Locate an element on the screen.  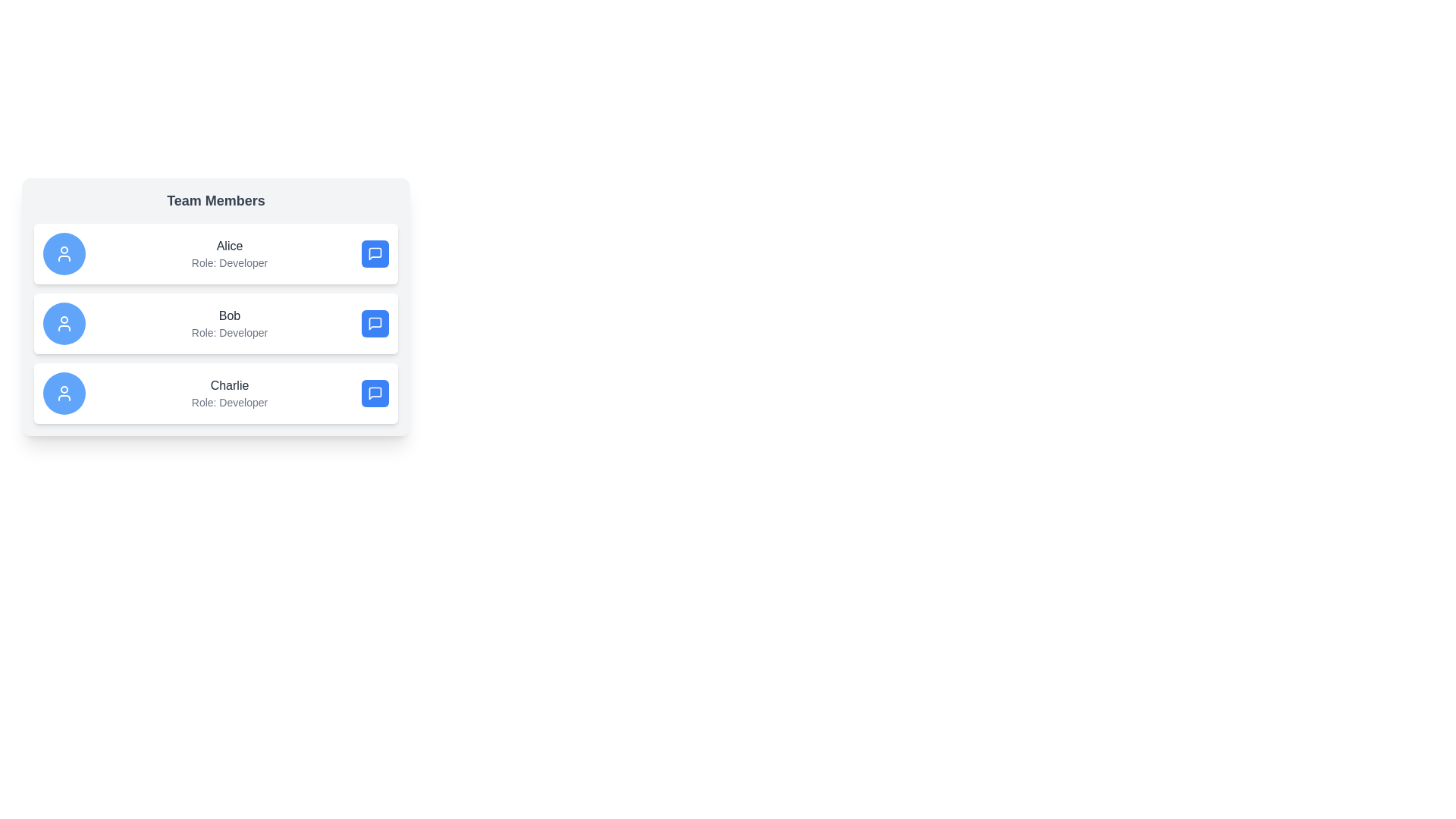
the team member card for Alice, which is the first card in the 'Team Members' list is located at coordinates (215, 253).